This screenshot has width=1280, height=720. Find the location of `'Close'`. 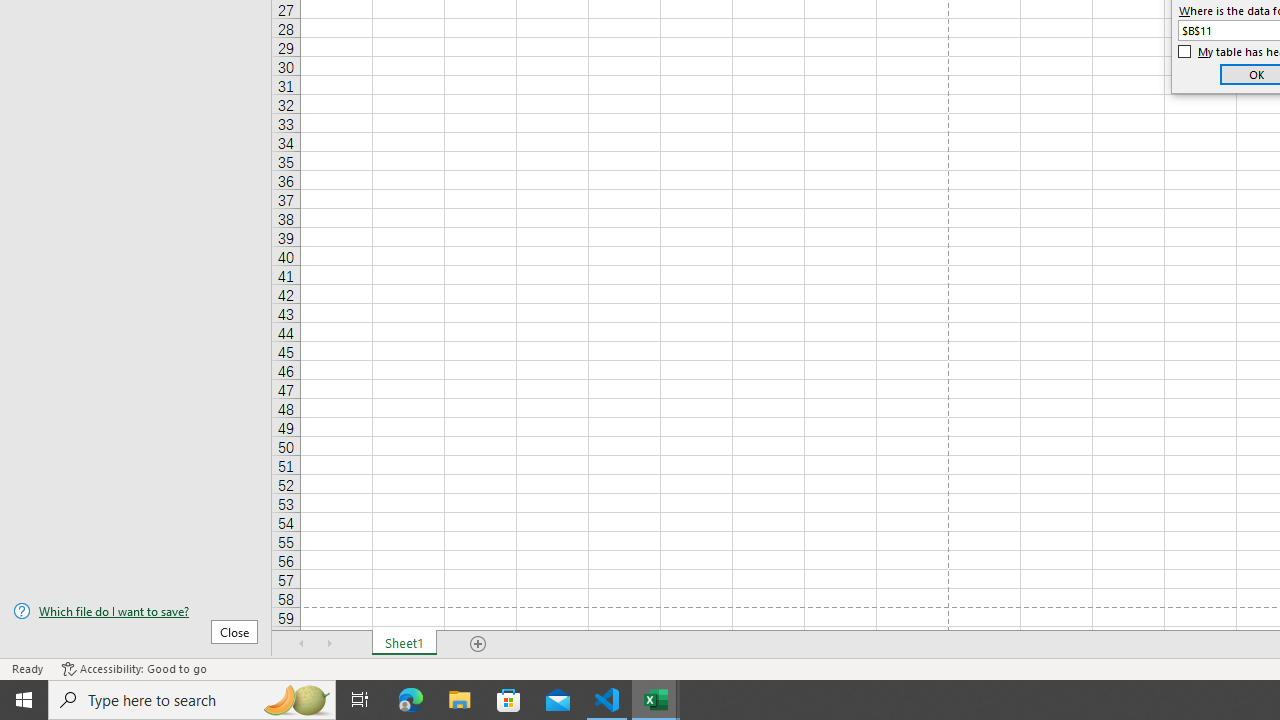

'Close' is located at coordinates (234, 631).